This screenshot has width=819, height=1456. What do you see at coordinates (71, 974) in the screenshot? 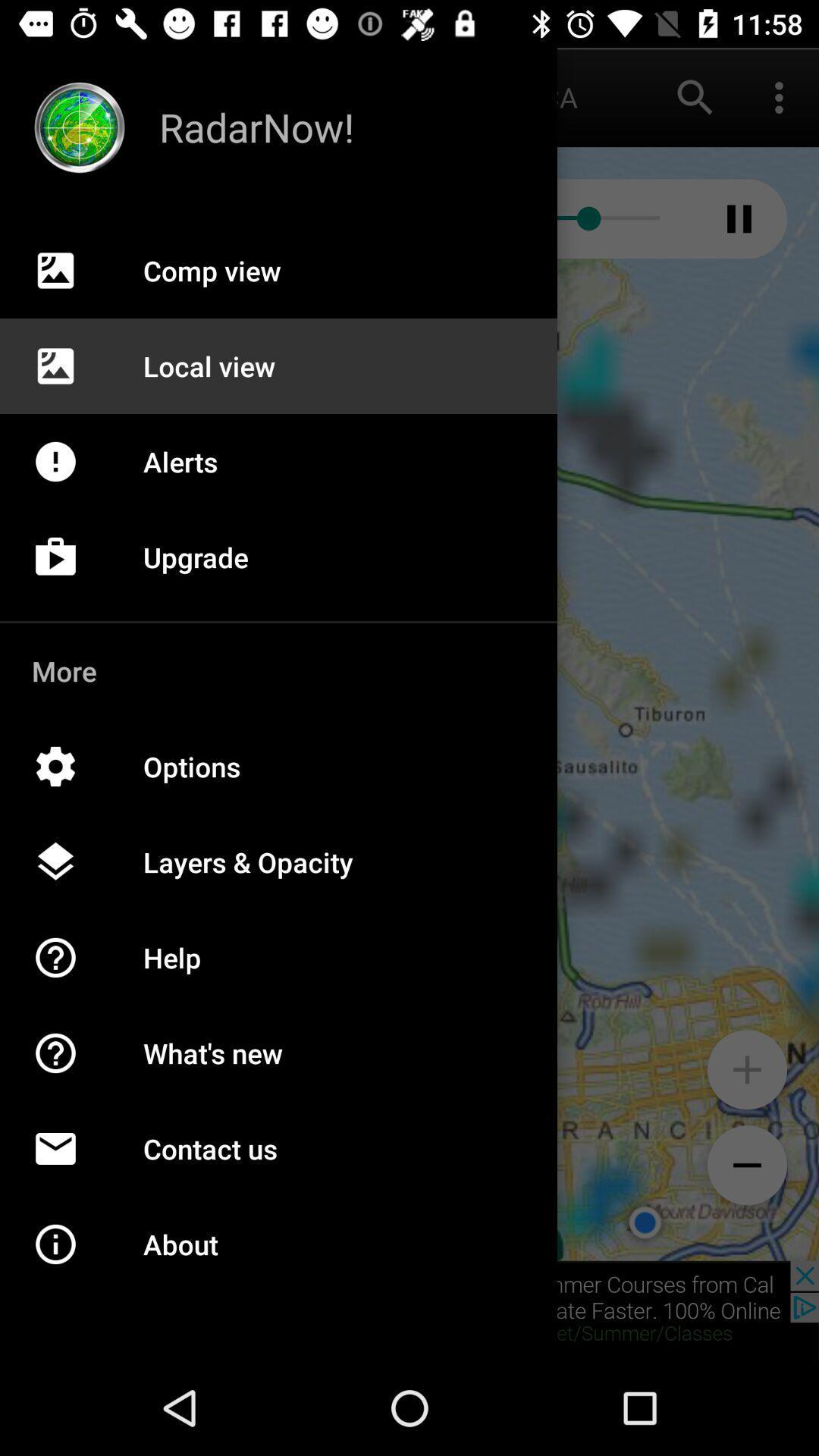
I see `the help icon` at bounding box center [71, 974].